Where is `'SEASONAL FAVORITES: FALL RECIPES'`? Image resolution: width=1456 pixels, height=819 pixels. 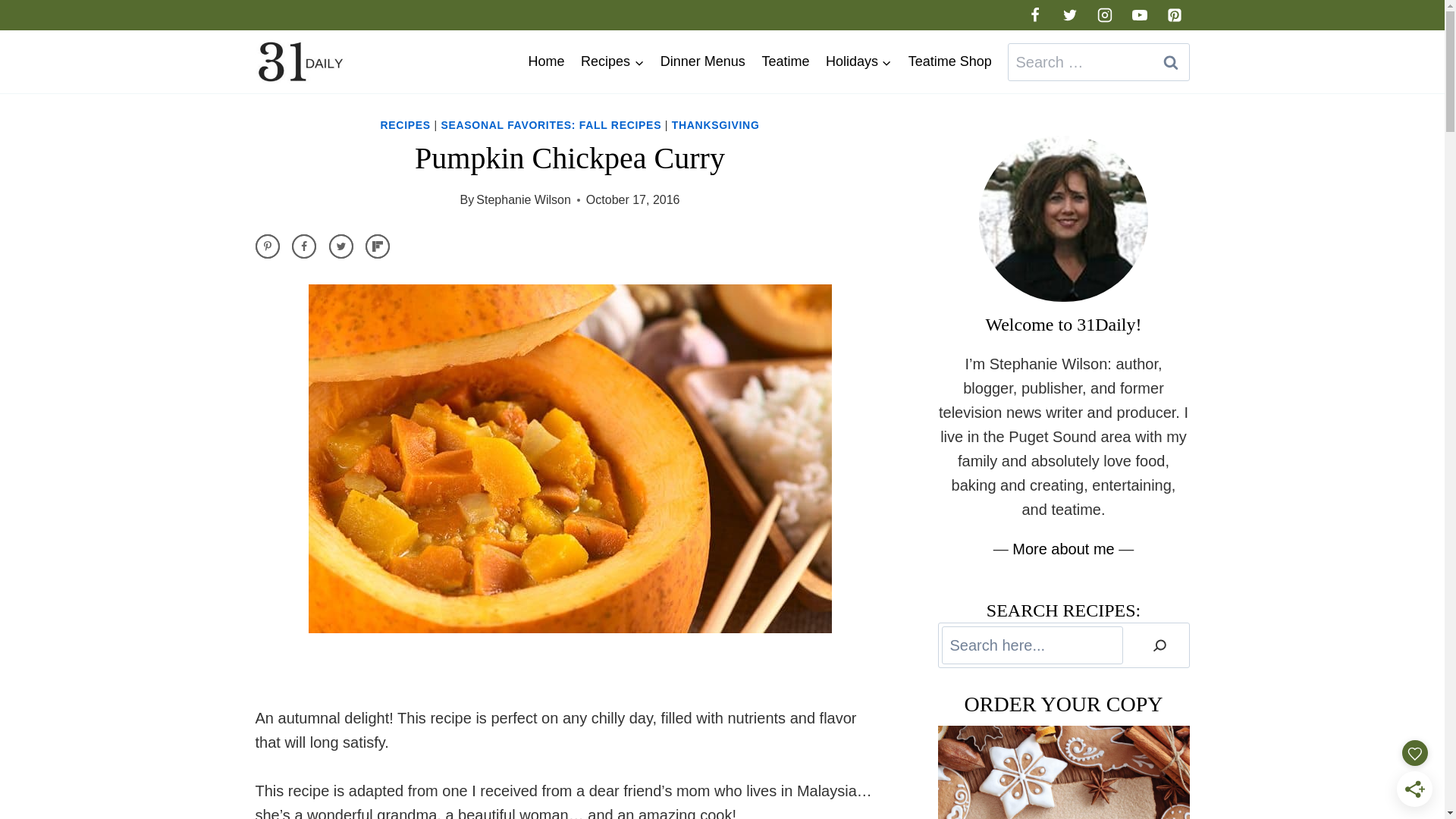
'SEASONAL FAVORITES: FALL RECIPES' is located at coordinates (550, 124).